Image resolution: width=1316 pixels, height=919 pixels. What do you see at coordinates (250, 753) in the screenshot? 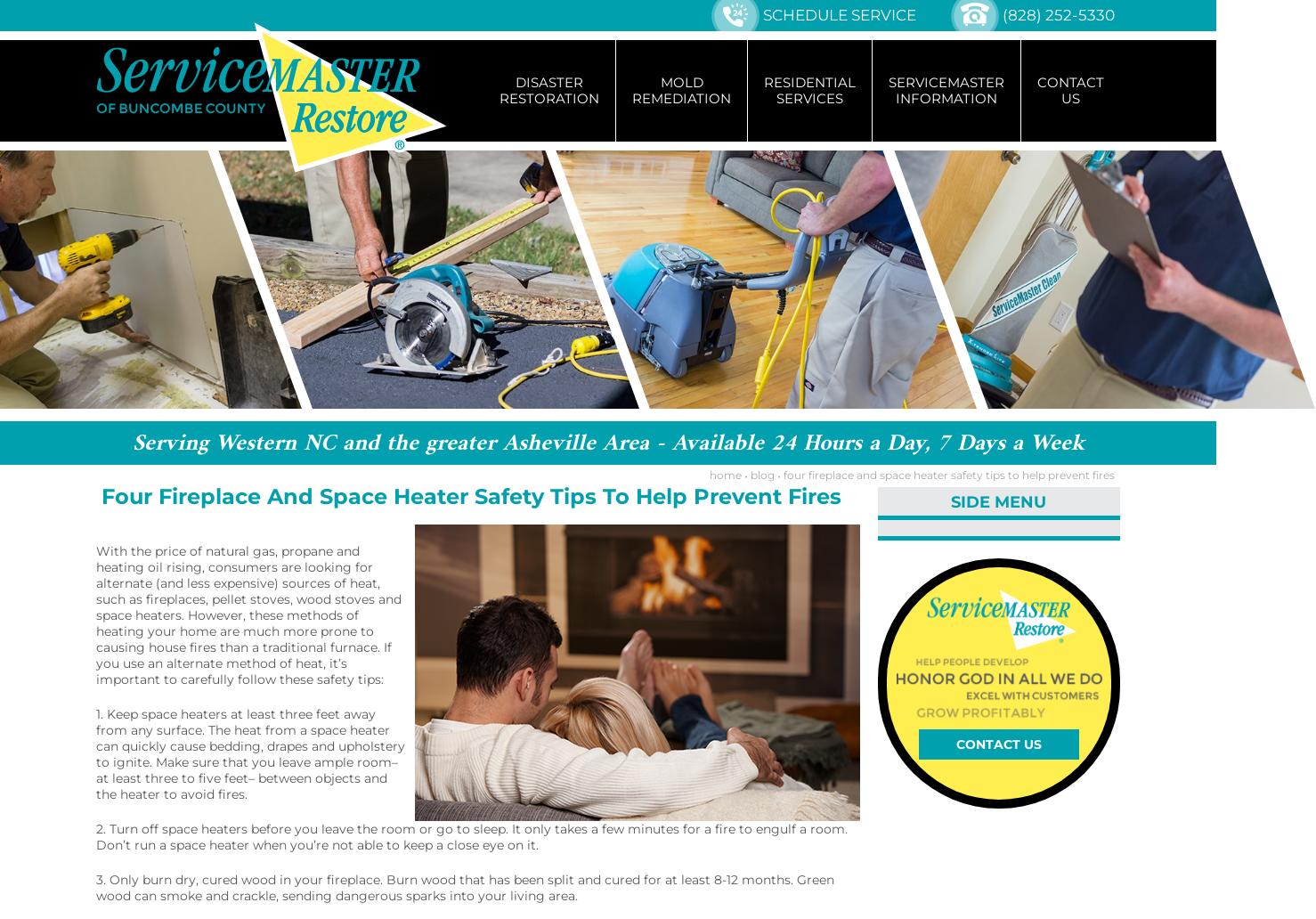
I see `'1. Keep space heaters at least three feet away from any surface. The heat from a space heater can quickly cause bedding, drapes and upholstery to ignite. Make sure that you leave ample room–at least three to five feet– between objects and the heater to avoid fires.'` at bounding box center [250, 753].